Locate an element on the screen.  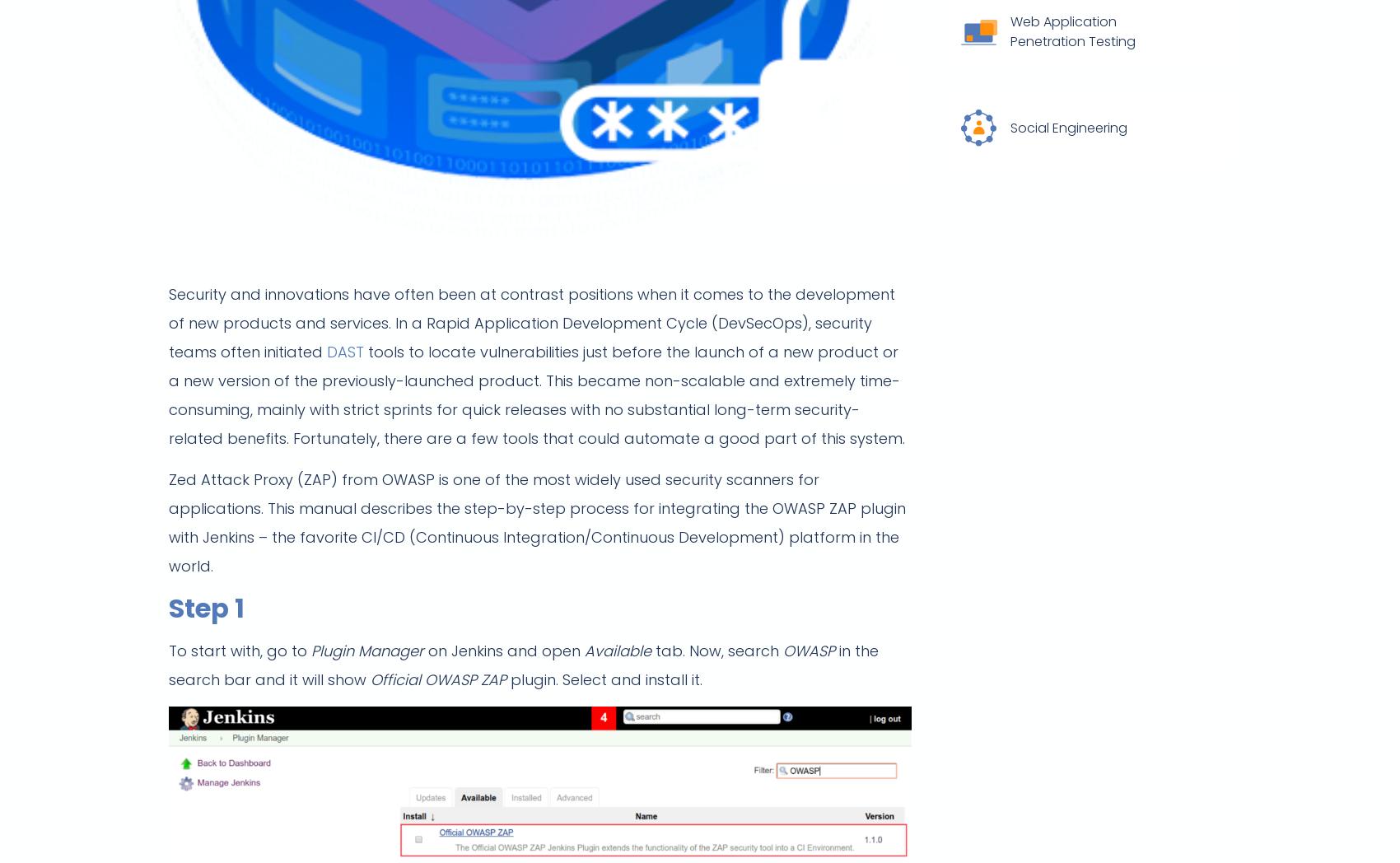
'plugin. Select and install it.' is located at coordinates (604, 679).